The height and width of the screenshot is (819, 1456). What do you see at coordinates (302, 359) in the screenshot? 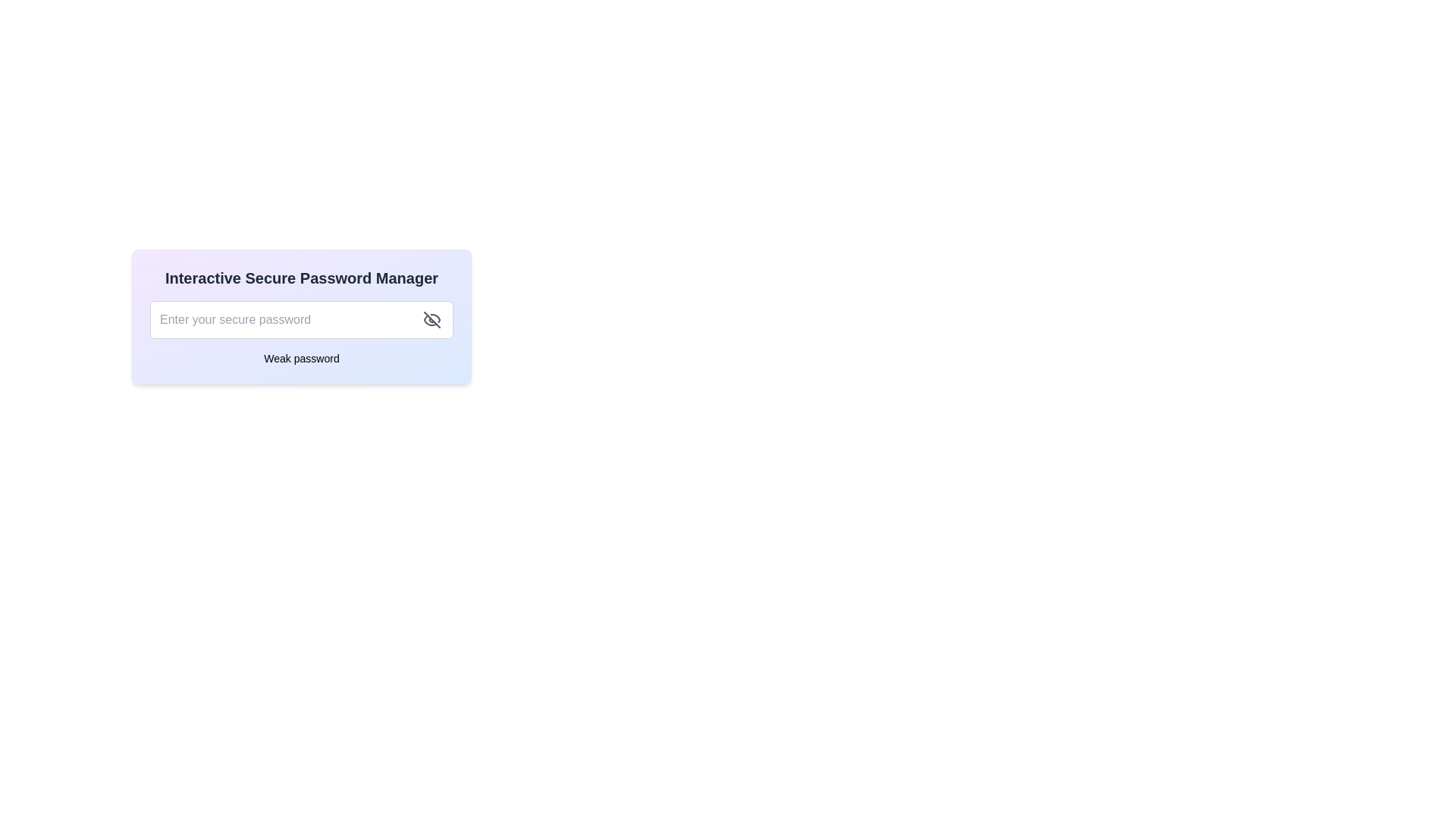
I see `the text label that states 'Weak password', which is positioned below the password input field in the Interactive Secure Password Manager interface` at bounding box center [302, 359].